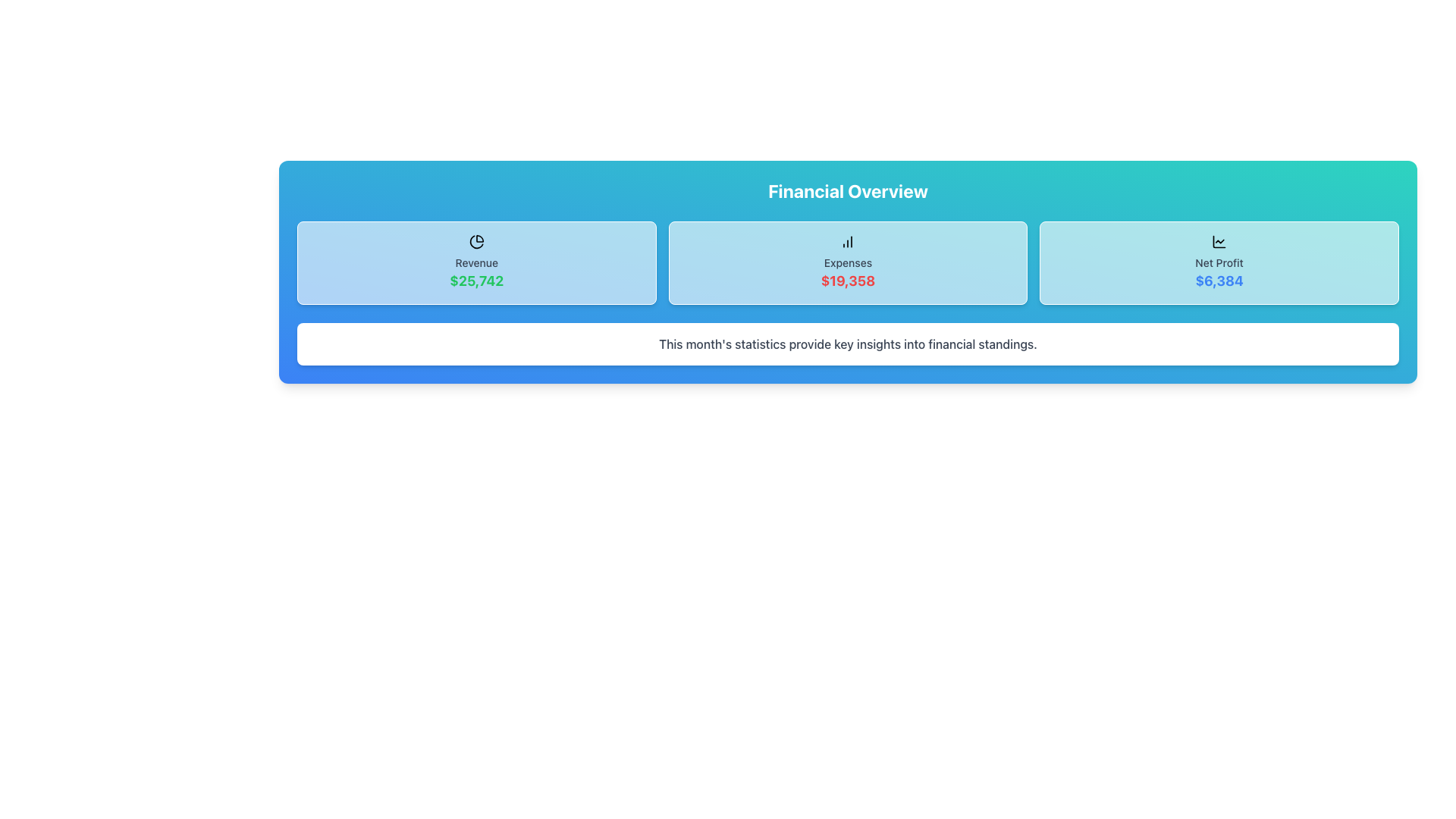 Image resolution: width=1456 pixels, height=819 pixels. Describe the element at coordinates (475, 241) in the screenshot. I see `the small circular pie-chart icon located at the top of the 'Revenue' card, which is centered horizontally above the 'Revenue' label and numerical value` at that location.